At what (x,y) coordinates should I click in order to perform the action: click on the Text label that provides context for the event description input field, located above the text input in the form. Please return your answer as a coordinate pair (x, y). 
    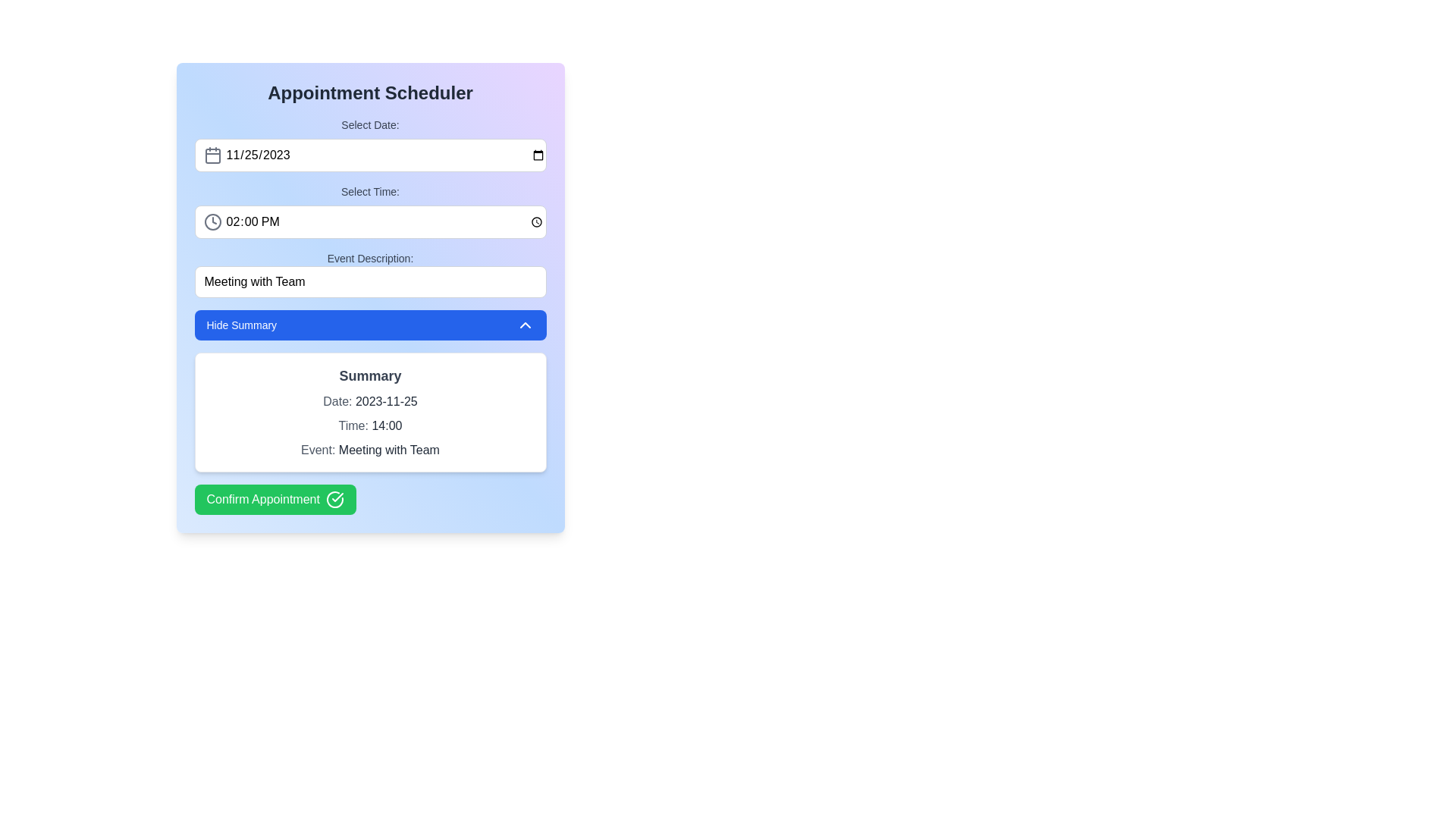
    Looking at the image, I should click on (370, 257).